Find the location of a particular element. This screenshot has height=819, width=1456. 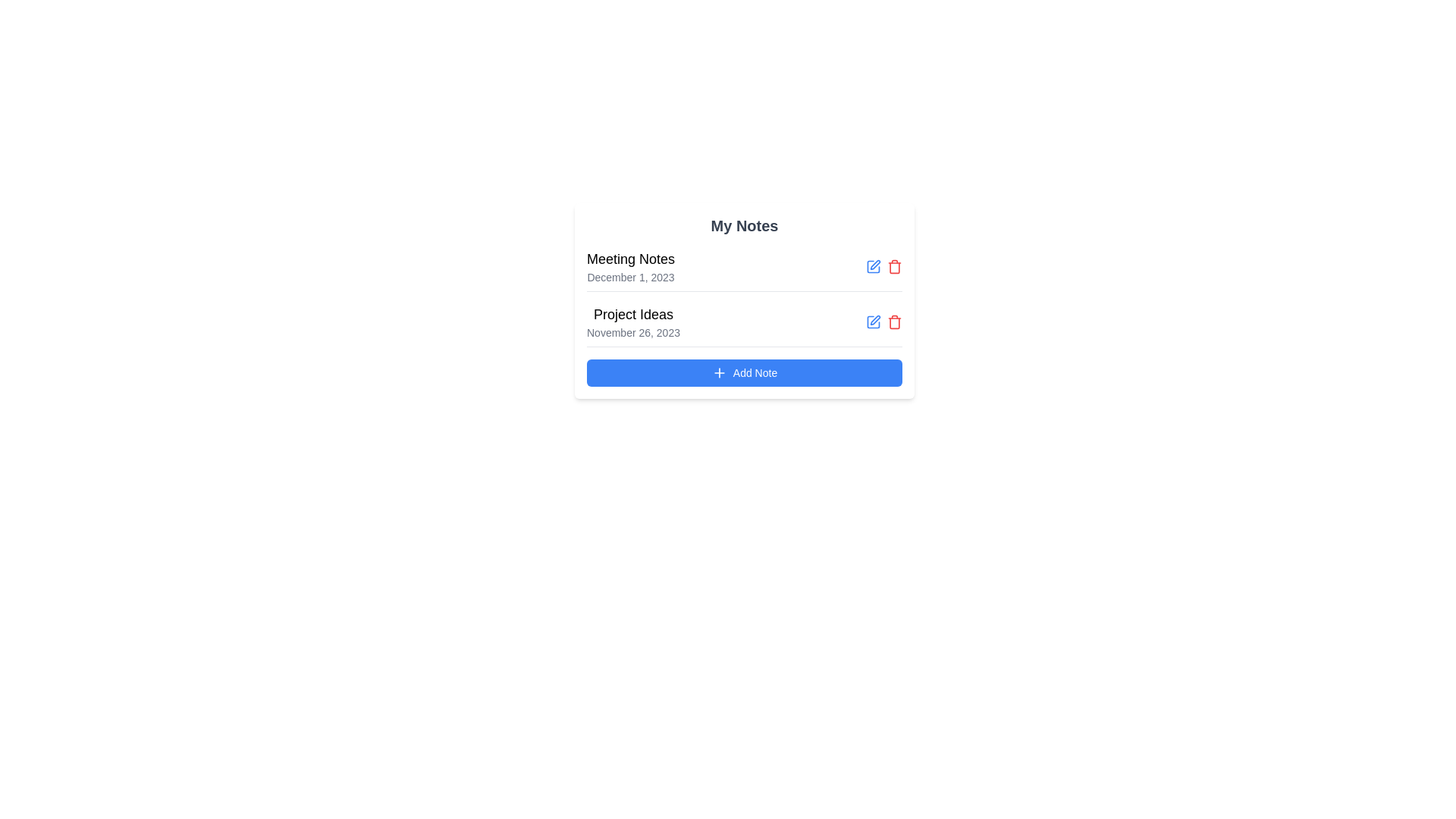

the trash bin icon in the Icon group for deleting the note associated with 'Project Ideas' under the 'My Notes' section is located at coordinates (884, 321).